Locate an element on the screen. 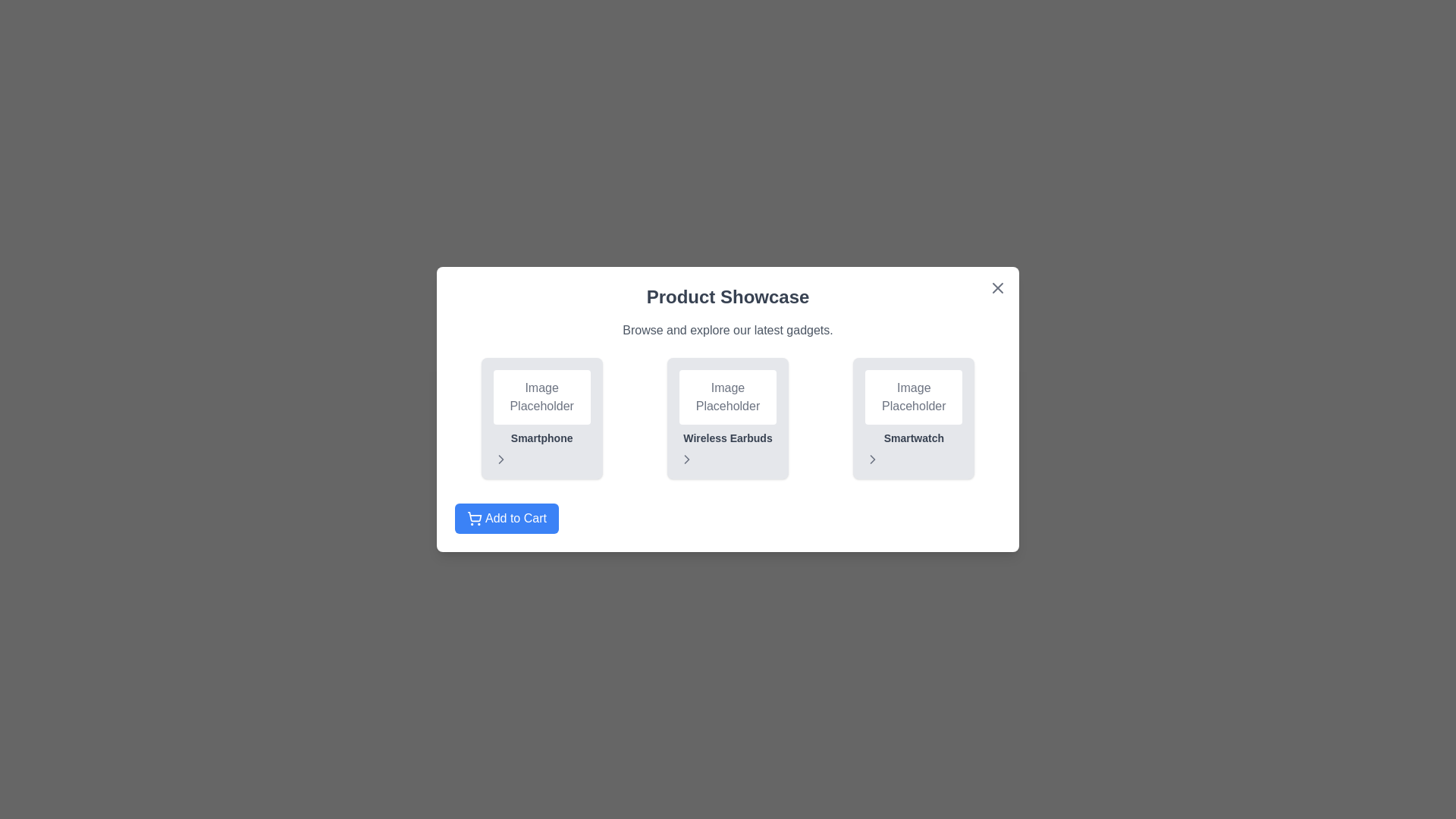 The width and height of the screenshot is (1456, 819). text label displaying 'Wireless Earbuds' styled with a gray font and bold format, located beneath the product image in the central card of a three-item product showcase interface is located at coordinates (728, 438).